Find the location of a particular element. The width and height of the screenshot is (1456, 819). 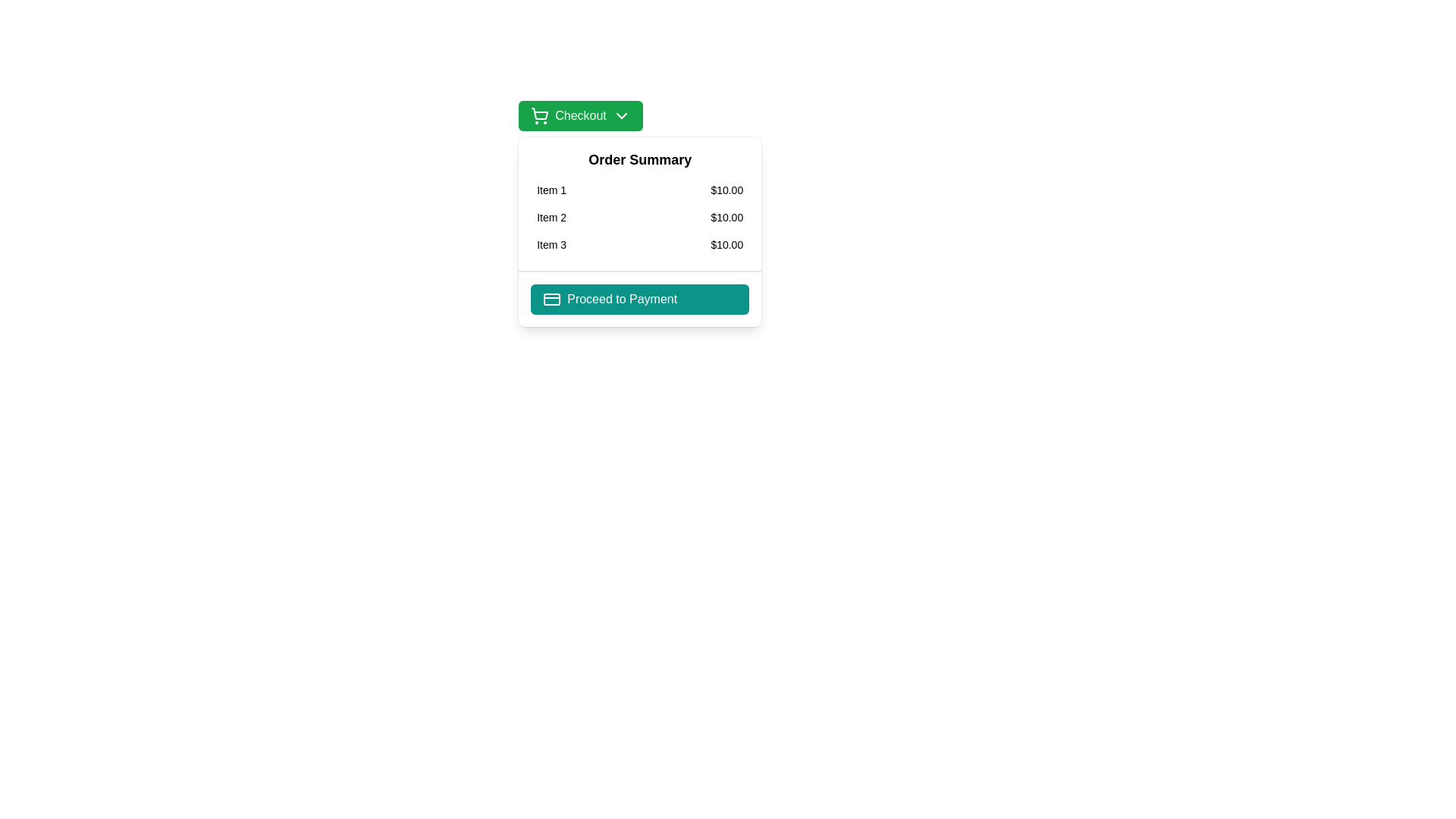

the shopping cart icon located within the green 'Checkout' button on the left side, positioned before the 'Checkout' text is located at coordinates (540, 115).